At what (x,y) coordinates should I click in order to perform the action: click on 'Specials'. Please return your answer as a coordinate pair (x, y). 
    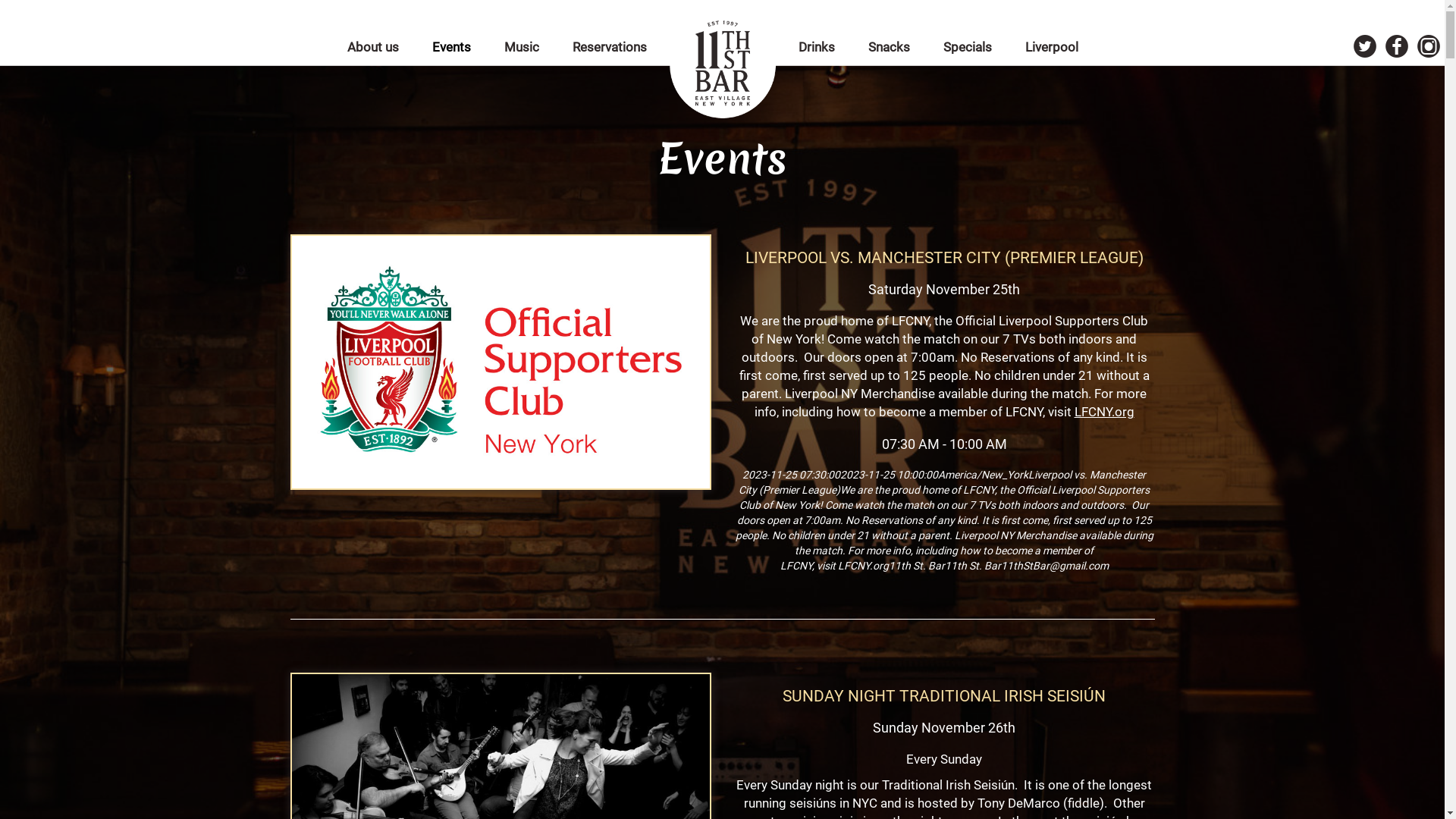
    Looking at the image, I should click on (968, 45).